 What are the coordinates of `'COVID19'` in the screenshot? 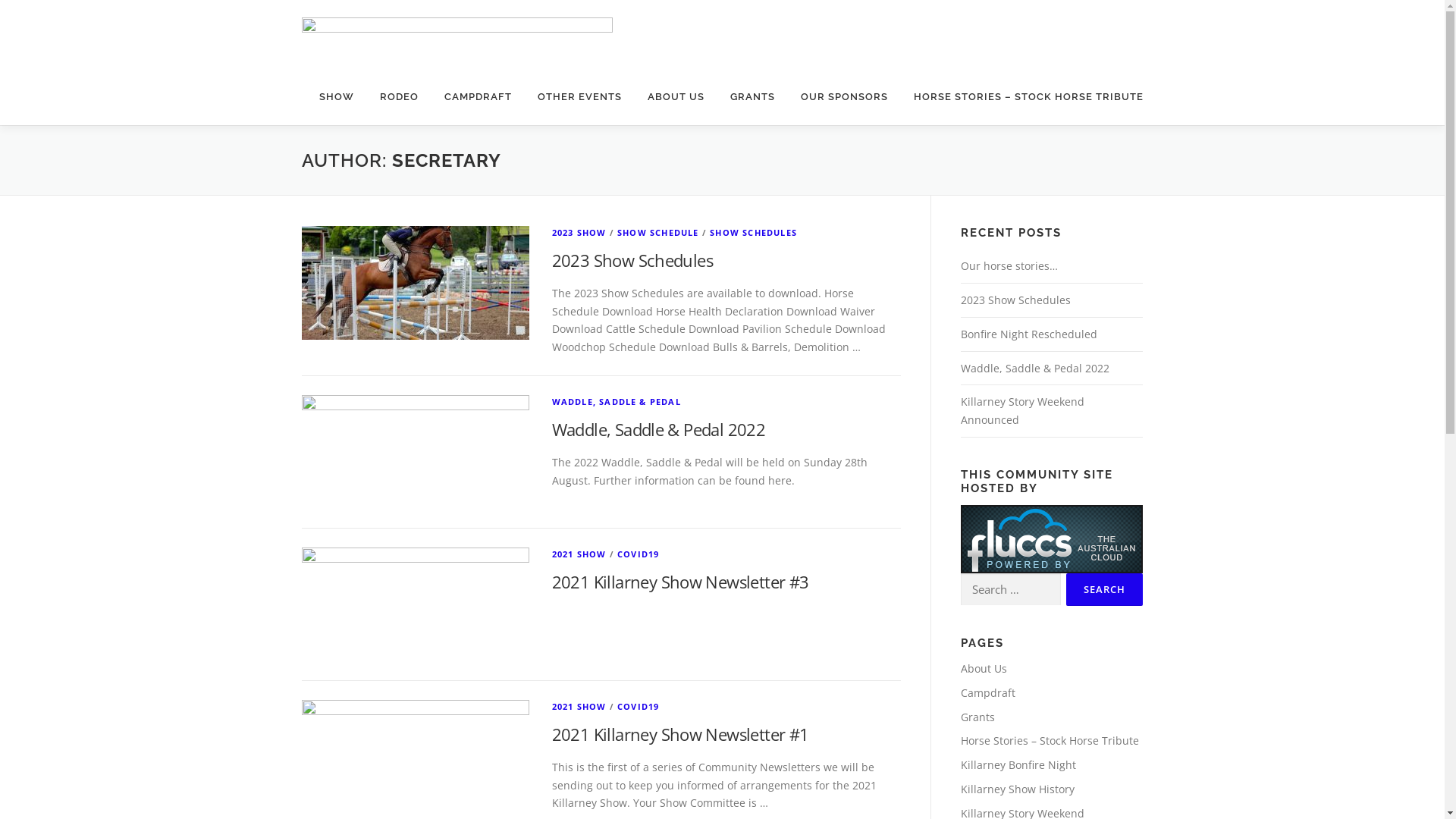 It's located at (638, 706).